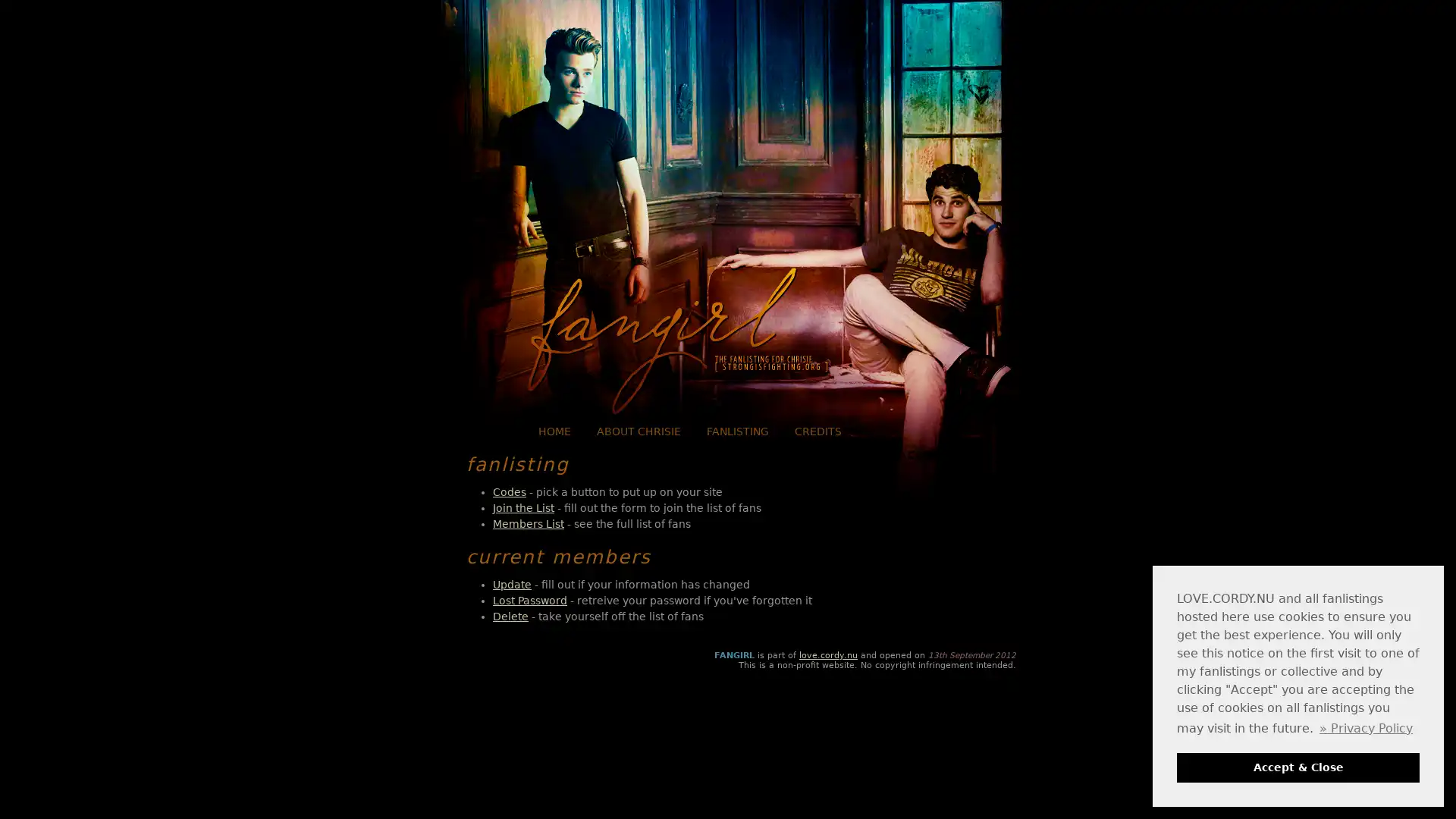 Image resolution: width=1456 pixels, height=819 pixels. Describe the element at coordinates (1298, 767) in the screenshot. I see `dismiss cookie message` at that location.